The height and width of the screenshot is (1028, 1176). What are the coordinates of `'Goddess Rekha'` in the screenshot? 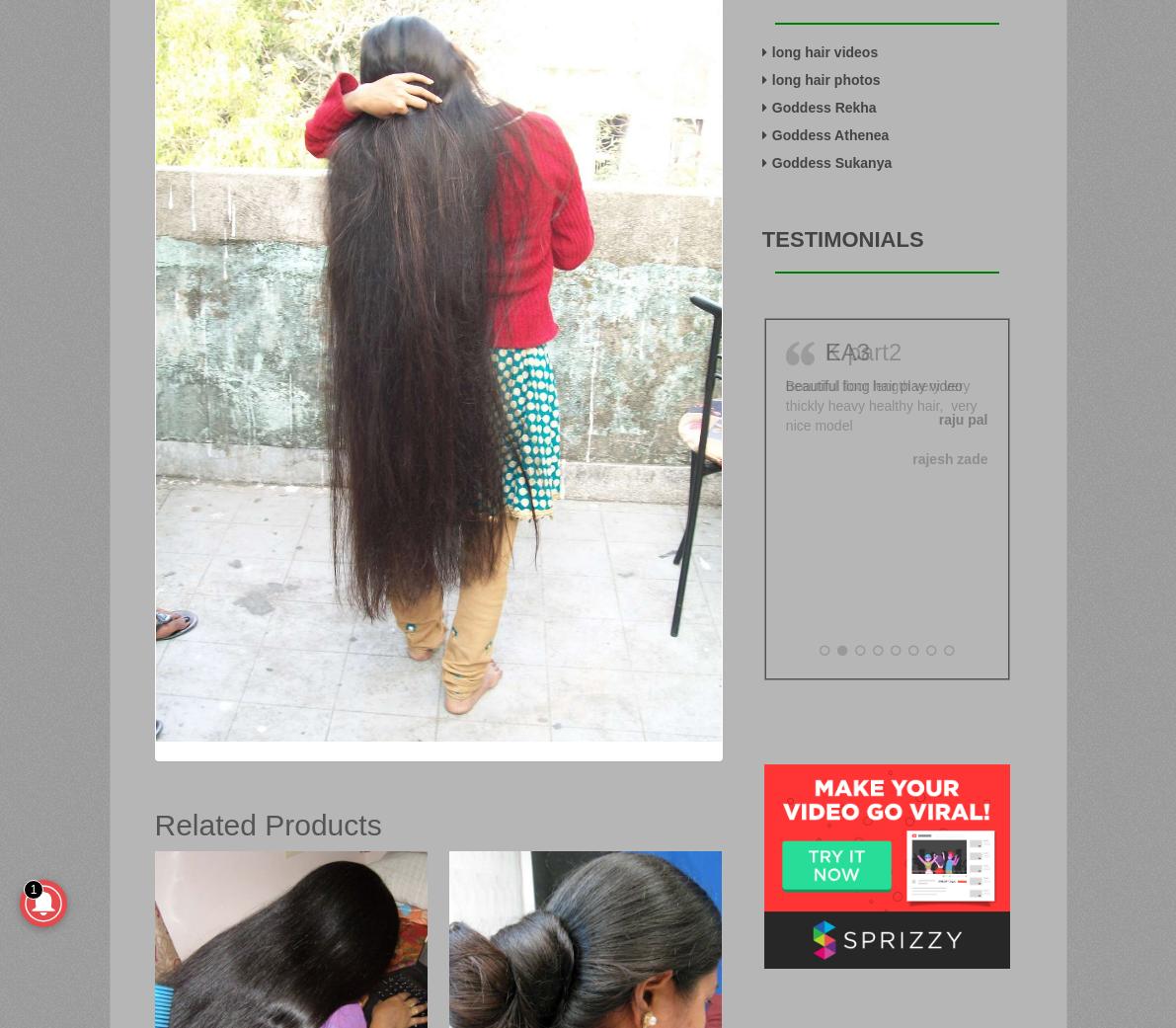 It's located at (823, 107).